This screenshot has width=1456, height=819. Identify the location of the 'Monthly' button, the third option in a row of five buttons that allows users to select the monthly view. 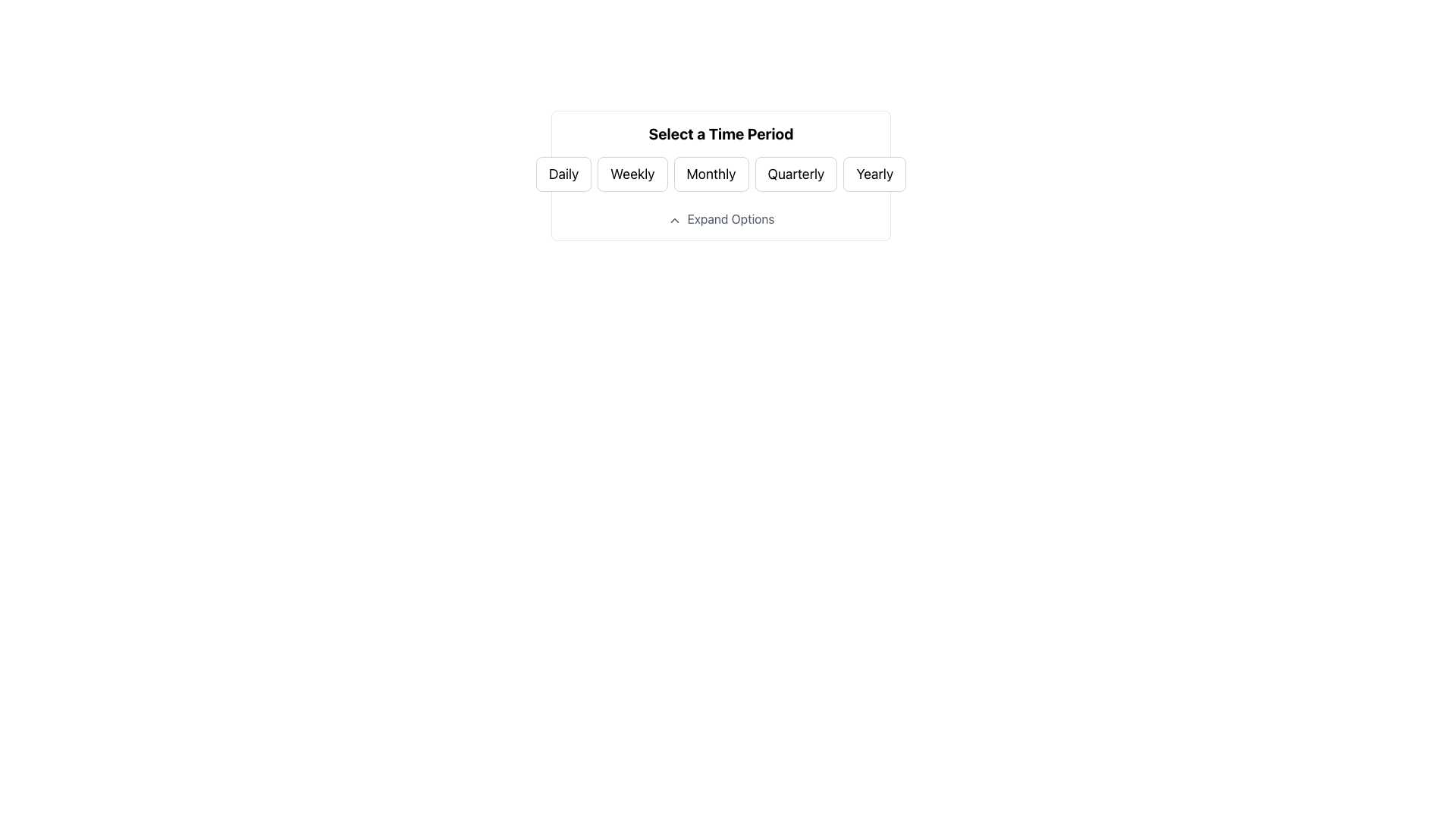
(711, 174).